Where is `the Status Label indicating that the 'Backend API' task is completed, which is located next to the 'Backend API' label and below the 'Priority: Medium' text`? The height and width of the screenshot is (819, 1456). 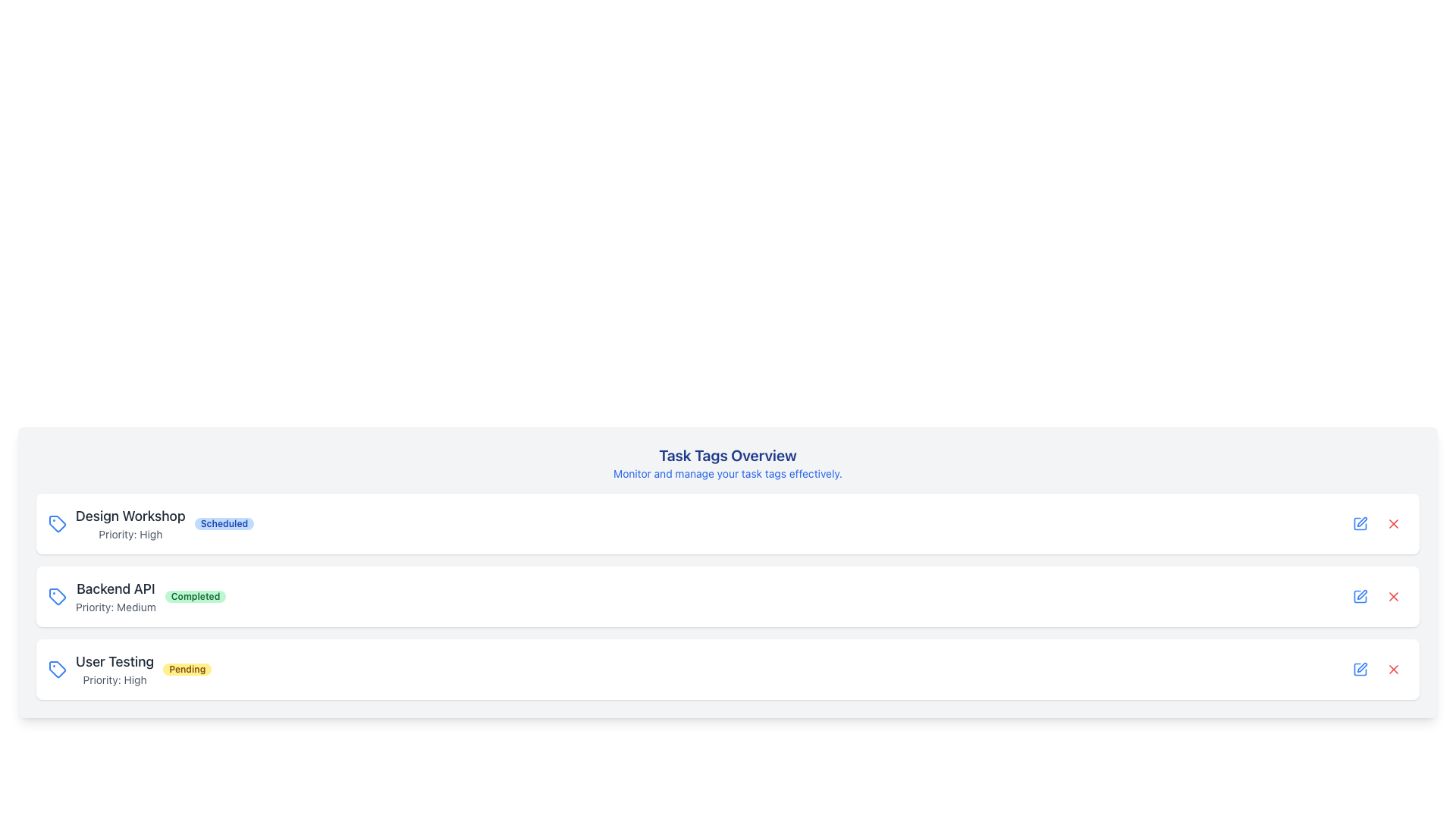 the Status Label indicating that the 'Backend API' task is completed, which is located next to the 'Backend API' label and below the 'Priority: Medium' text is located at coordinates (195, 595).